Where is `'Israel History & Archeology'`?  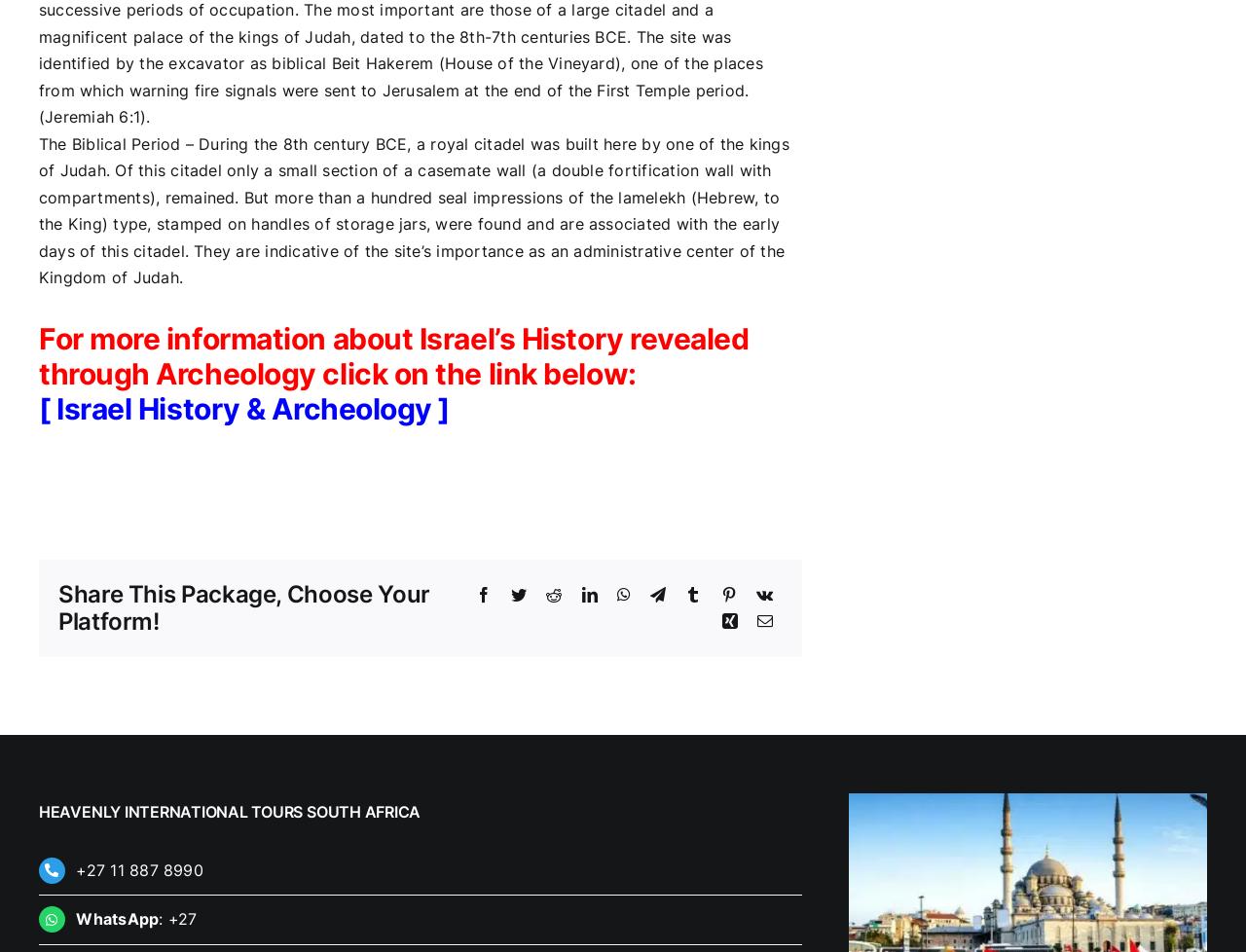
'Israel History & Archeology' is located at coordinates (242, 406).